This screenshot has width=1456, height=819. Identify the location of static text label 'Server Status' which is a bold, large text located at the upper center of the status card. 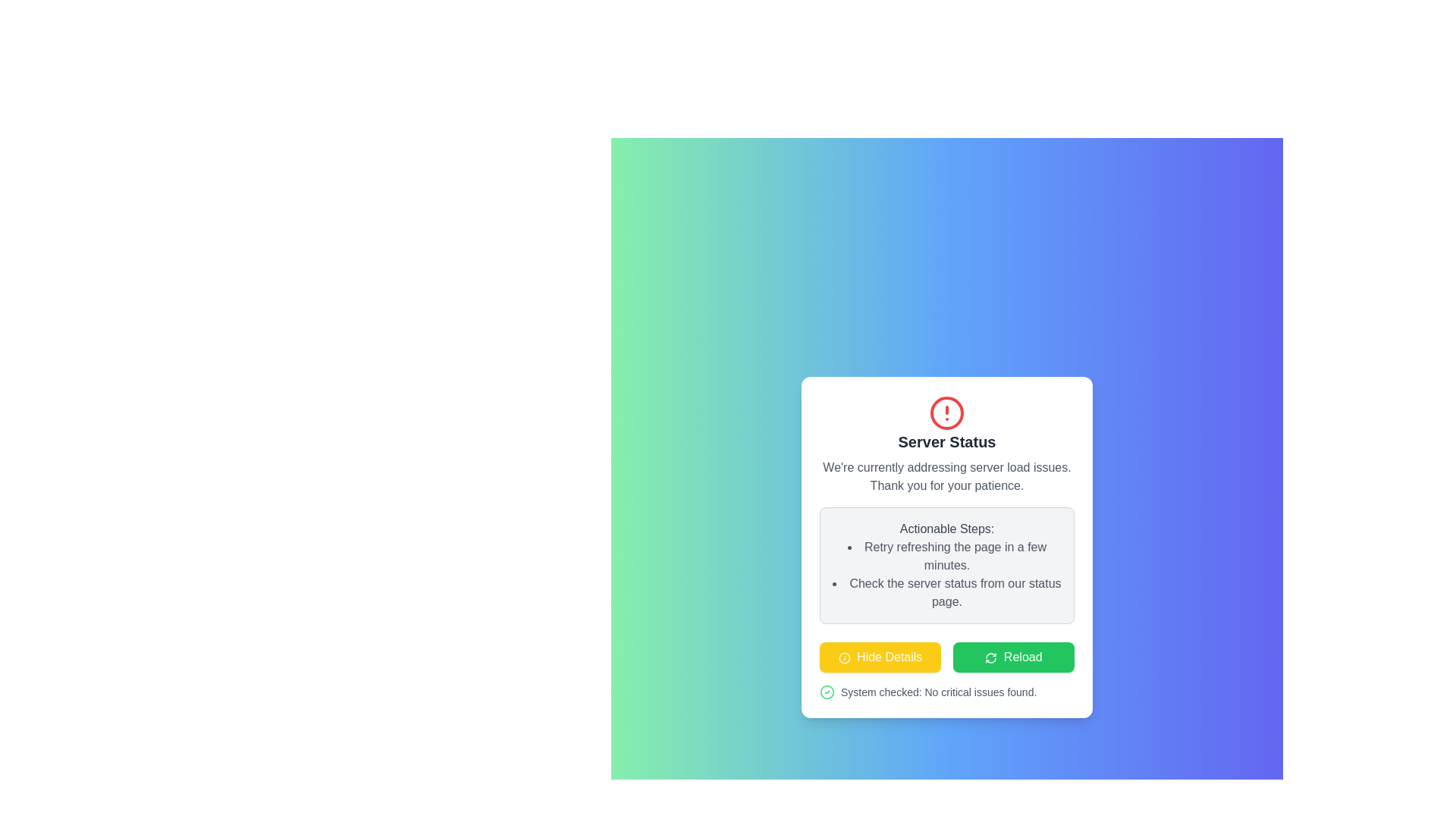
(946, 441).